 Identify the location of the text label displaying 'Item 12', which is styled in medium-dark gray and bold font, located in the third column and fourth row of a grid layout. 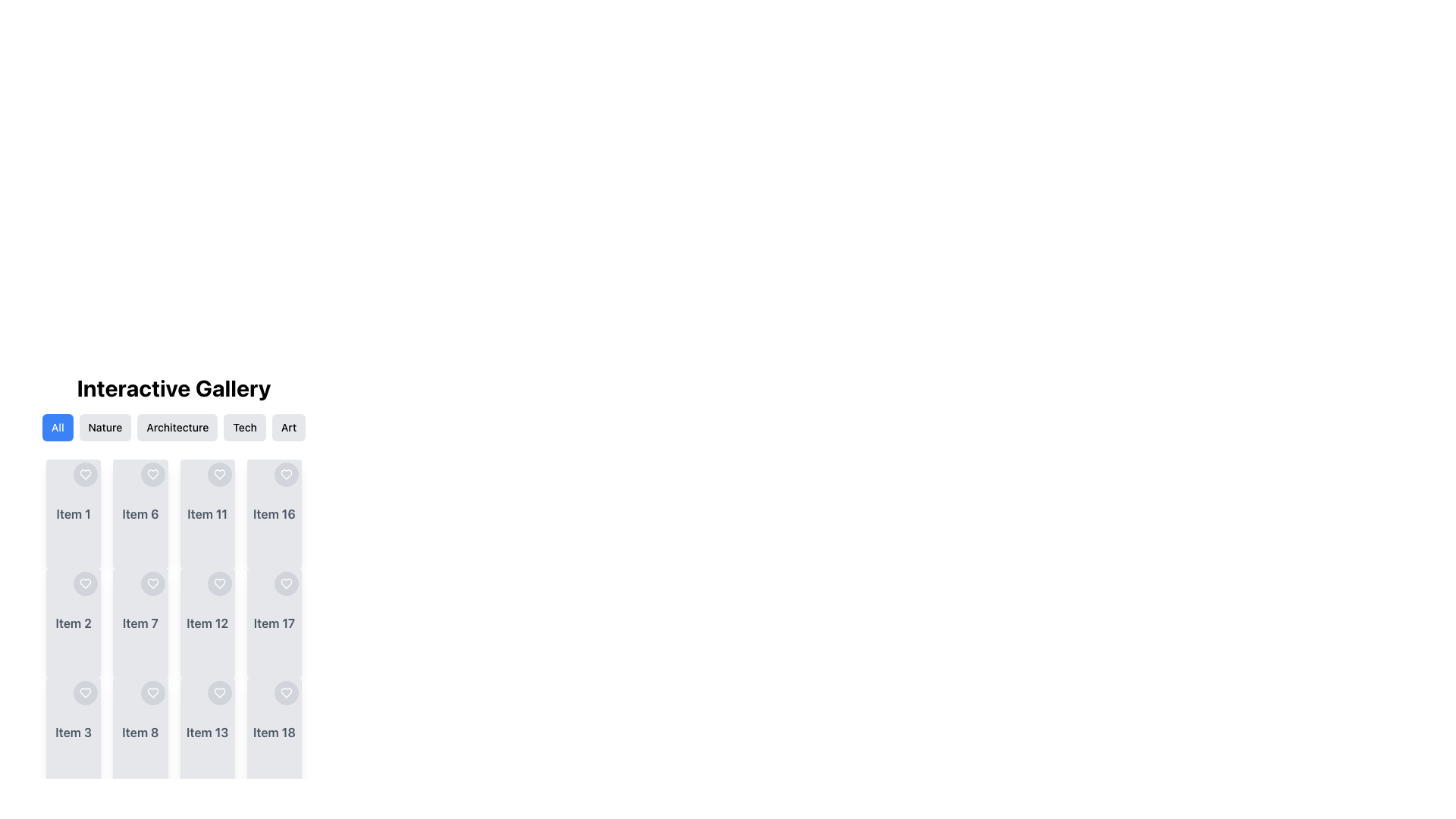
(206, 623).